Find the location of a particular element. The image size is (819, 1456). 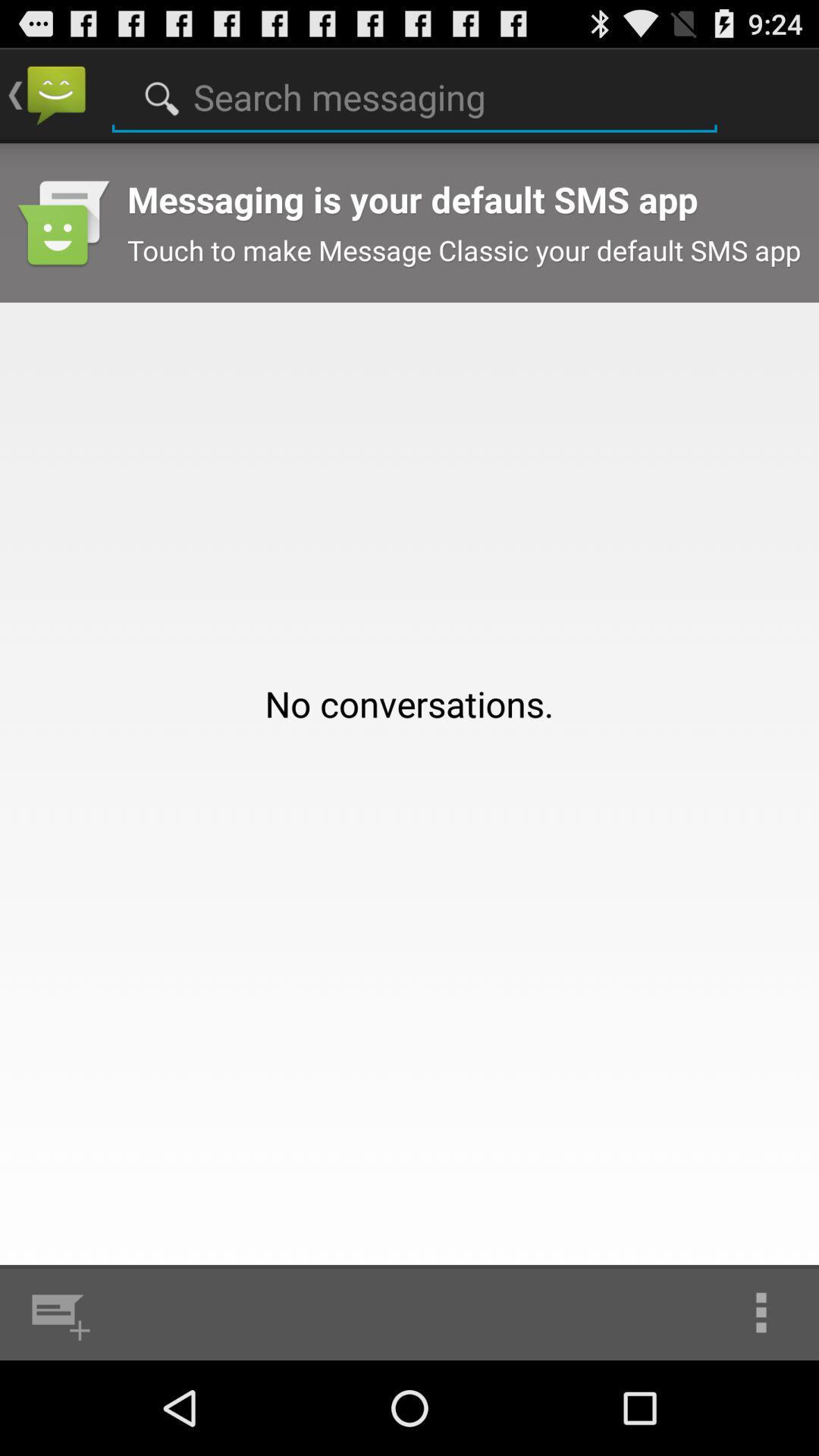

the icon at the bottom right corner is located at coordinates (761, 1312).